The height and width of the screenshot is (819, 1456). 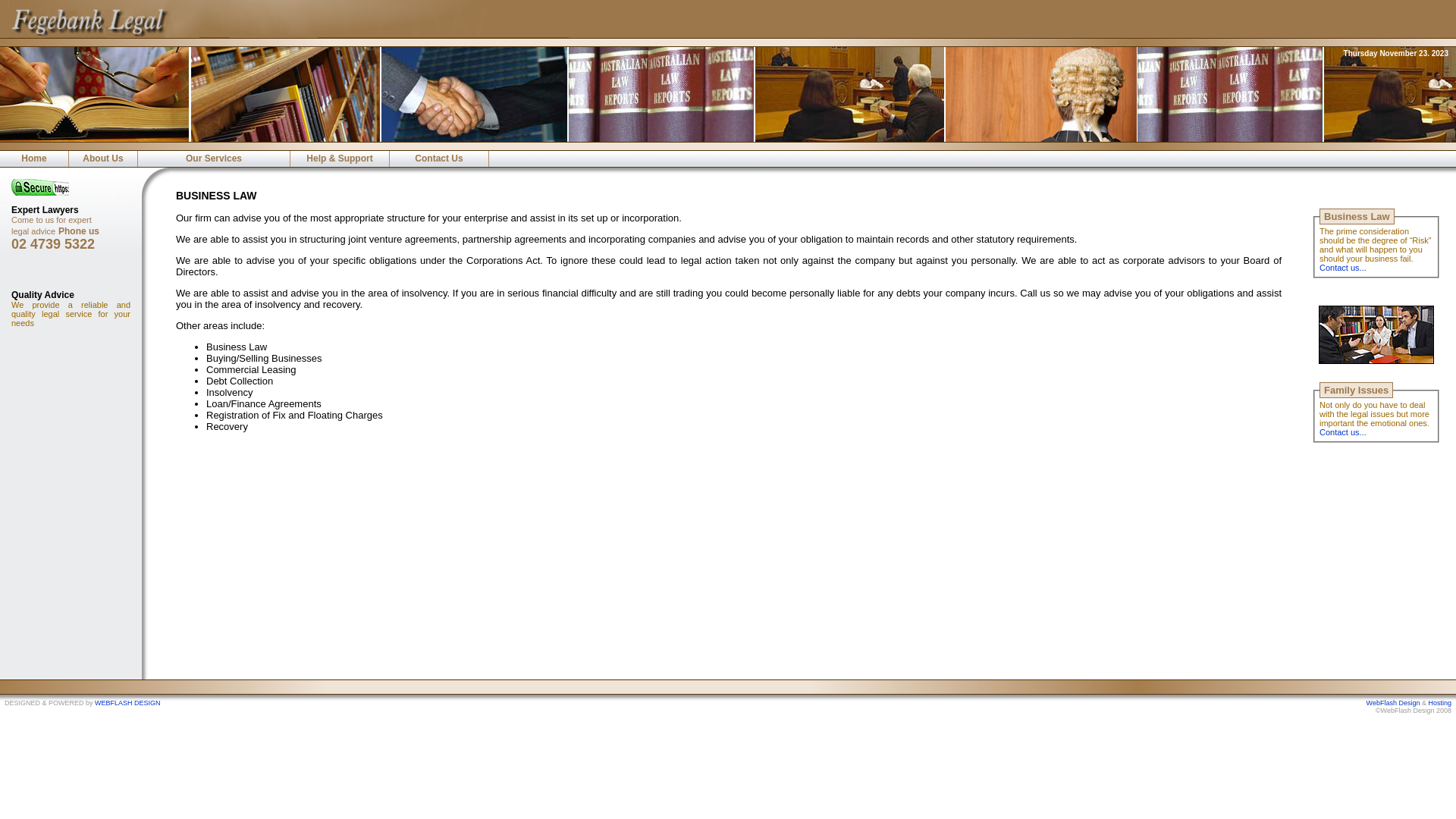 What do you see at coordinates (1439, 702) in the screenshot?
I see `'Hosting'` at bounding box center [1439, 702].